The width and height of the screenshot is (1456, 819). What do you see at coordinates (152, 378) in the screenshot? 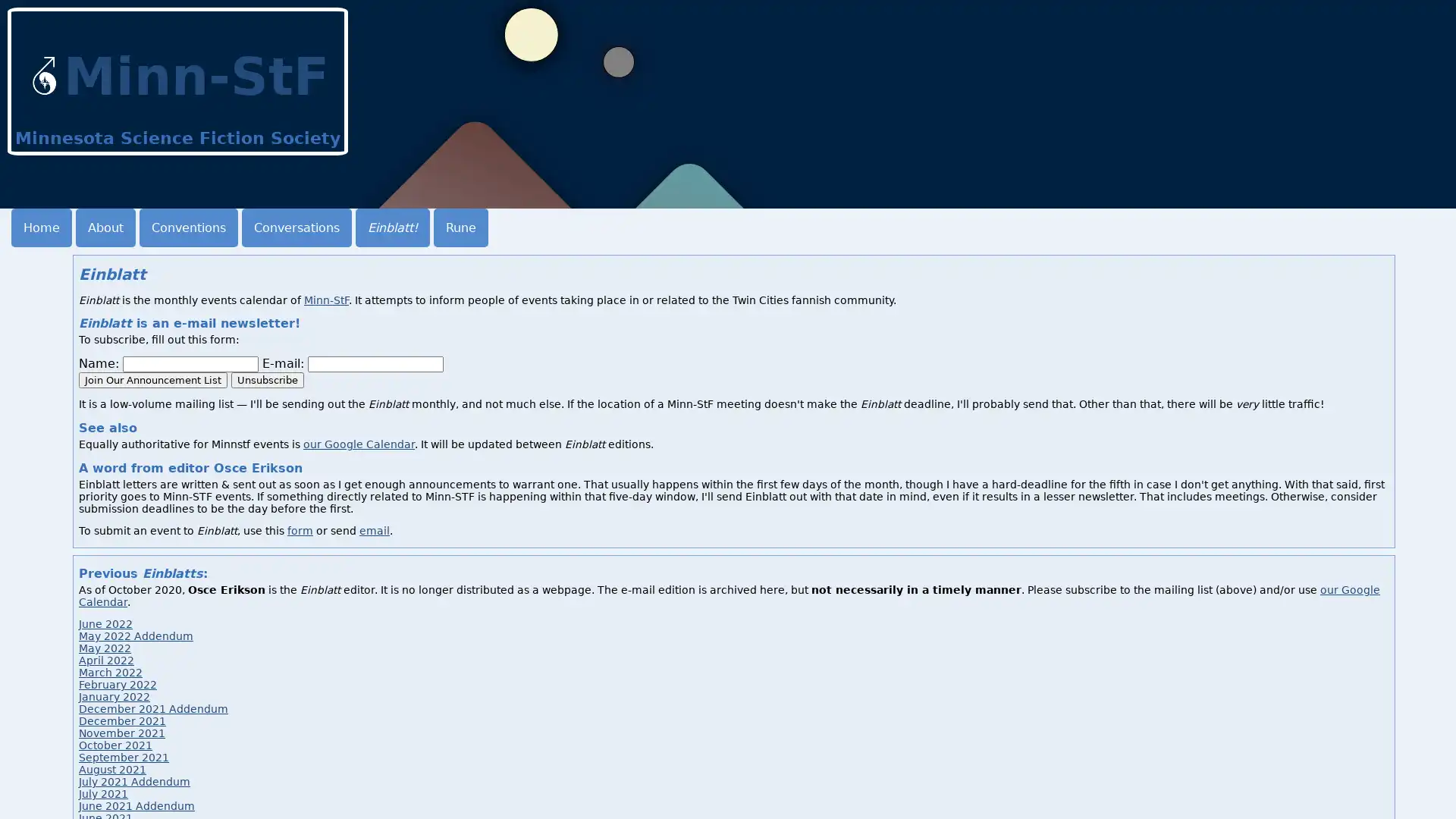
I see `Join Our Announcement List` at bounding box center [152, 378].